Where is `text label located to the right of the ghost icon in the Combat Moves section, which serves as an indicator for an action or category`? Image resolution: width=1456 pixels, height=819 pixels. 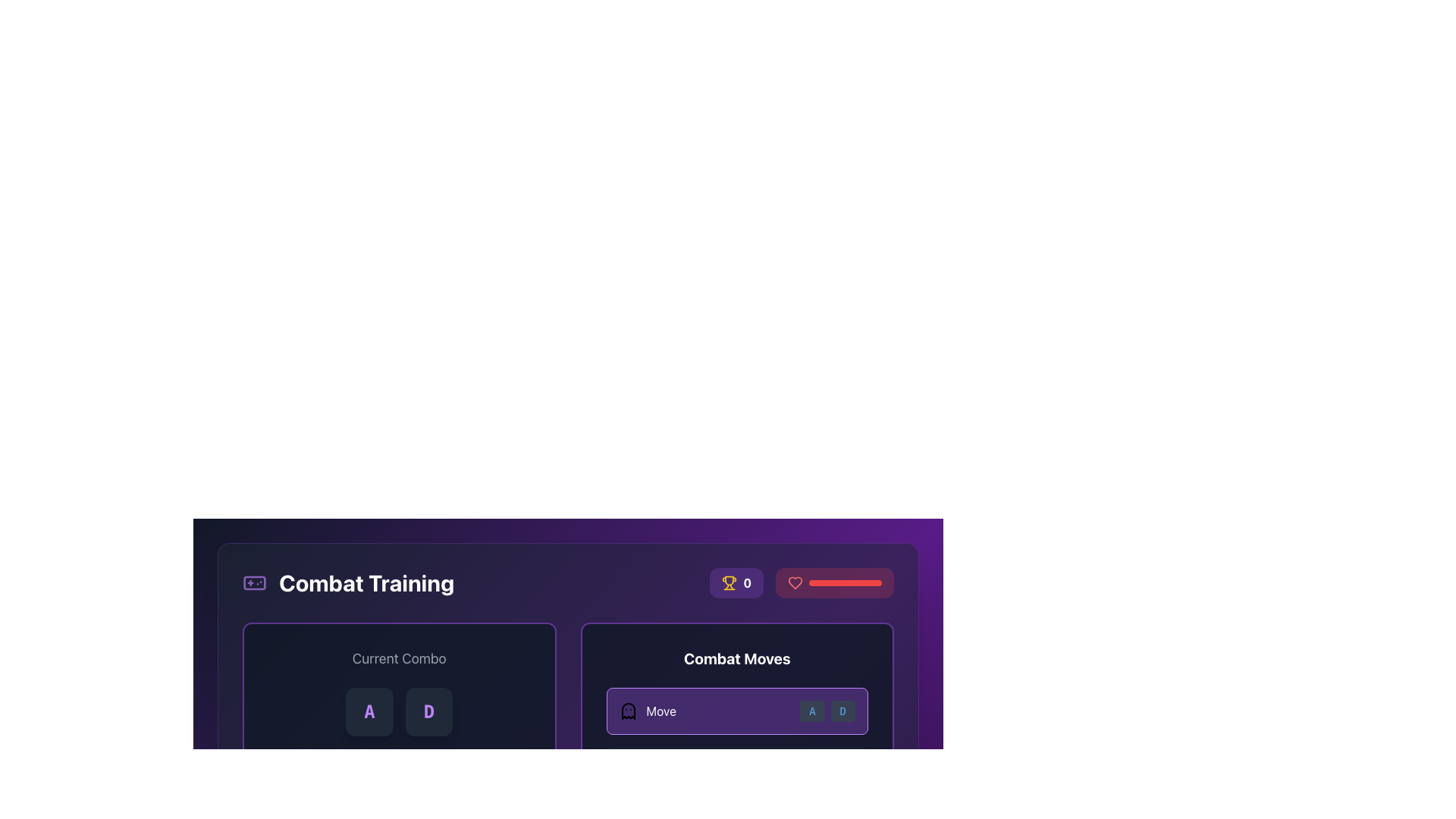
text label located to the right of the ghost icon in the Combat Moves section, which serves as an indicator for an action or category is located at coordinates (661, 711).